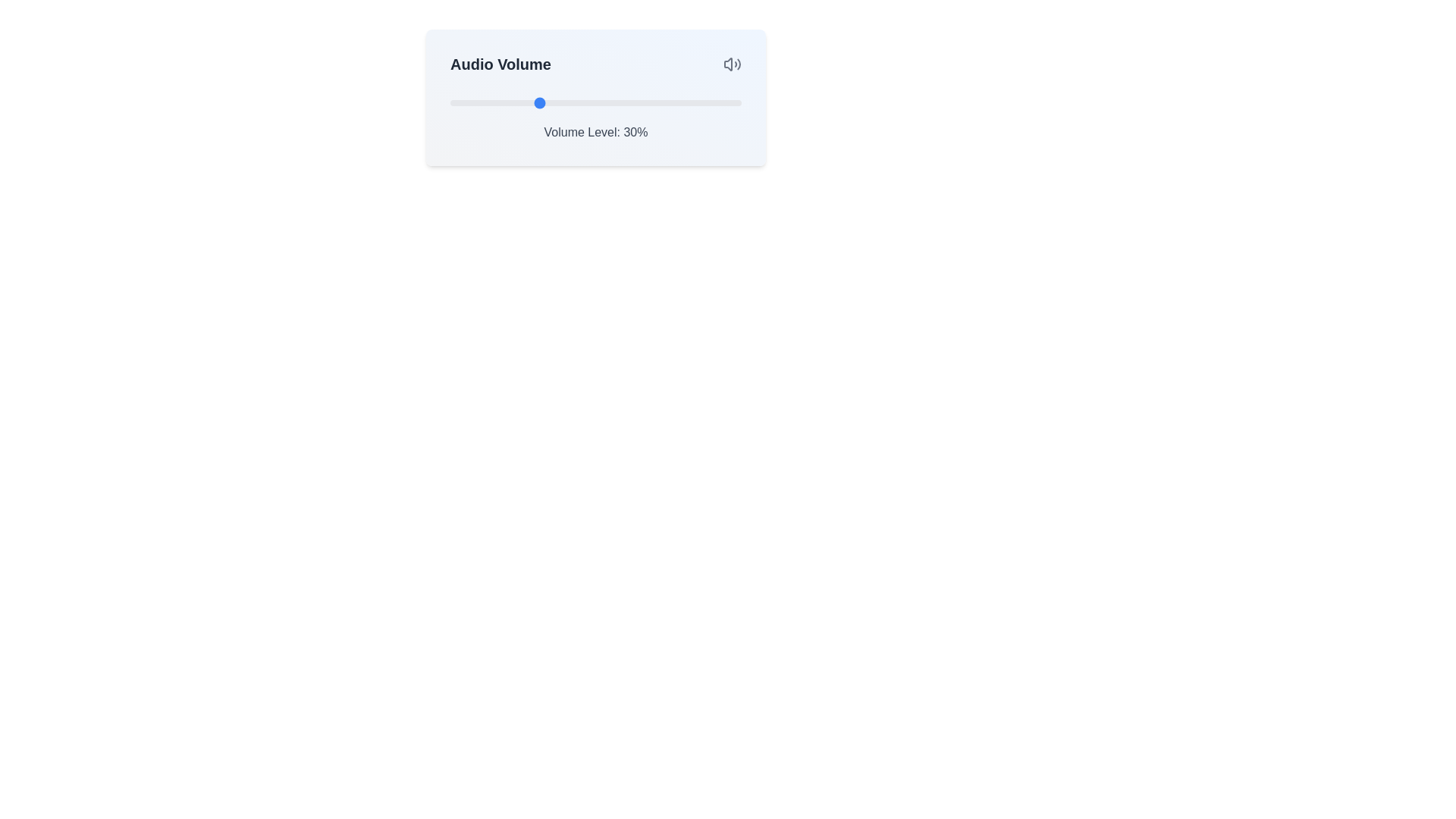 The width and height of the screenshot is (1456, 819). I want to click on audio volume, so click(607, 102).